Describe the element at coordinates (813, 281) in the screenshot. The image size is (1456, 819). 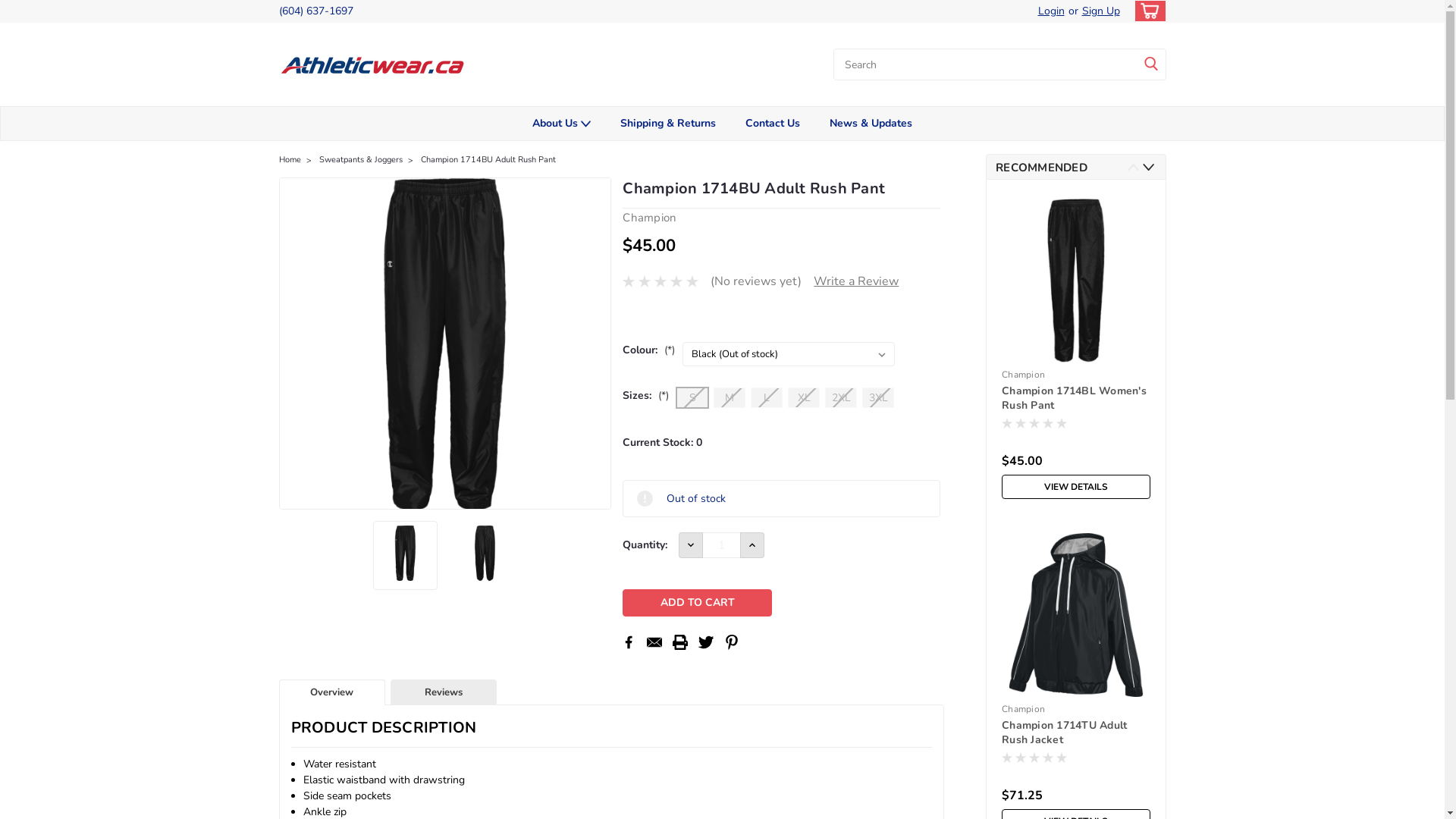
I see `'Write a Review'` at that location.